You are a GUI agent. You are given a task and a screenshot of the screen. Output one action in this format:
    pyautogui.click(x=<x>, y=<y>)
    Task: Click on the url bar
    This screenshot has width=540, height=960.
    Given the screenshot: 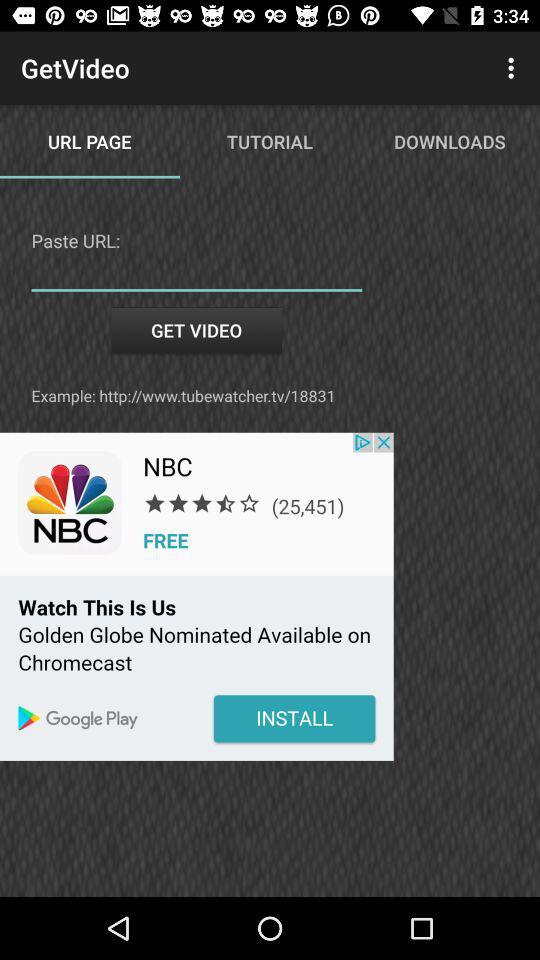 What is the action you would take?
    pyautogui.click(x=196, y=275)
    